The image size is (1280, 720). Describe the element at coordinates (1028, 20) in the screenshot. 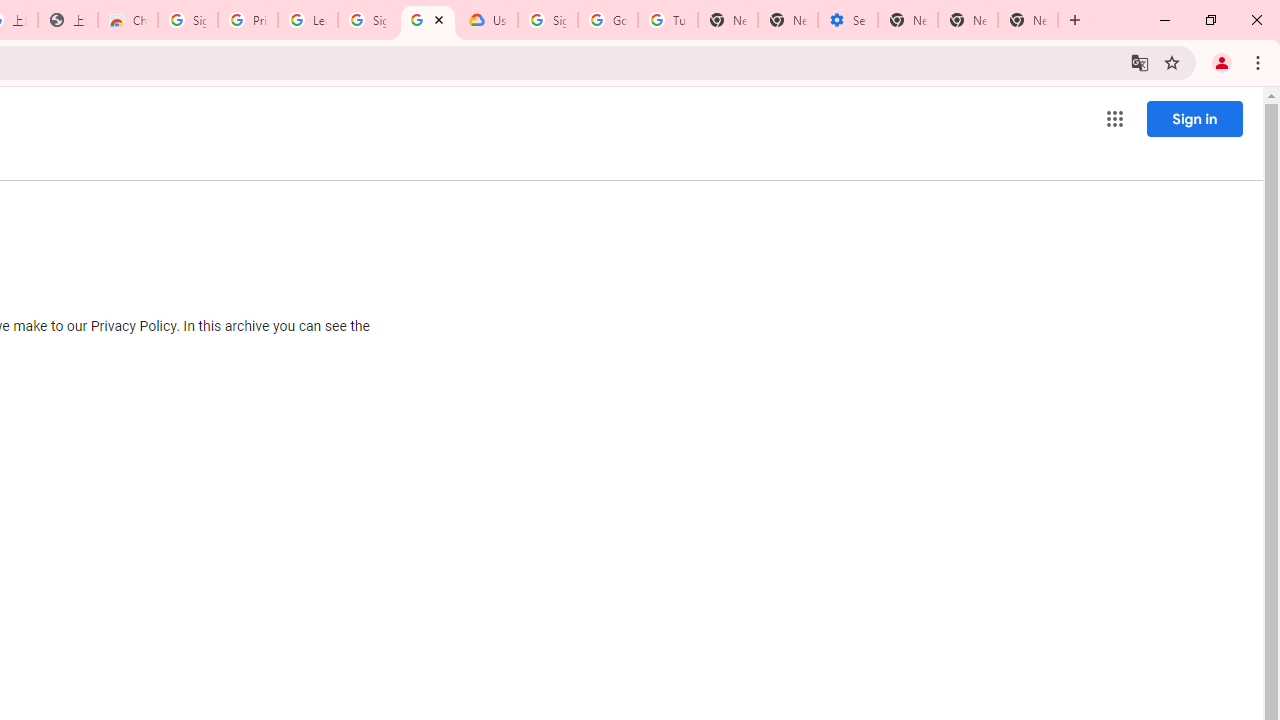

I see `'New Tab'` at that location.